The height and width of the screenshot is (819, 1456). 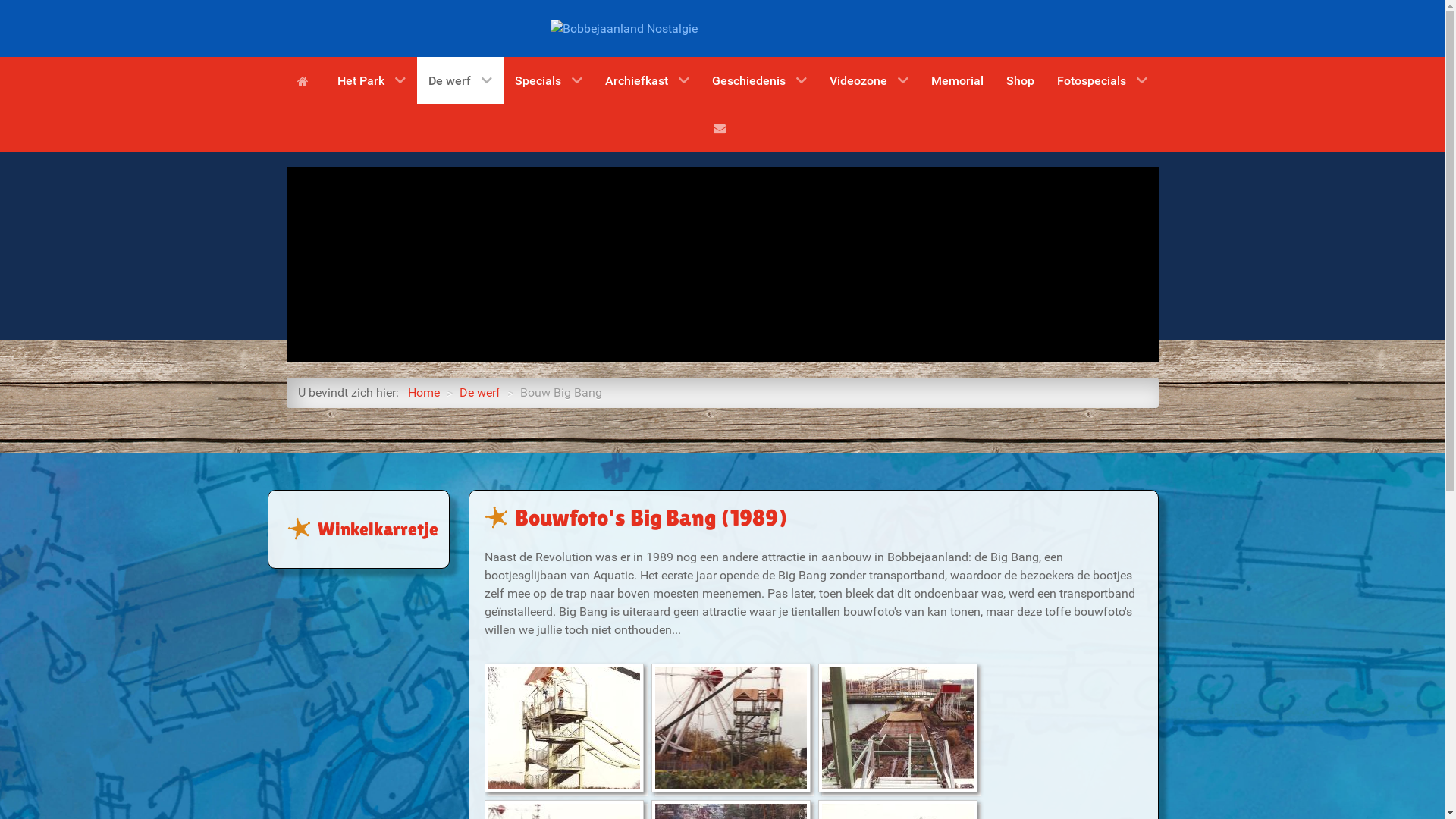 What do you see at coordinates (1020, 80) in the screenshot?
I see `'Shop'` at bounding box center [1020, 80].